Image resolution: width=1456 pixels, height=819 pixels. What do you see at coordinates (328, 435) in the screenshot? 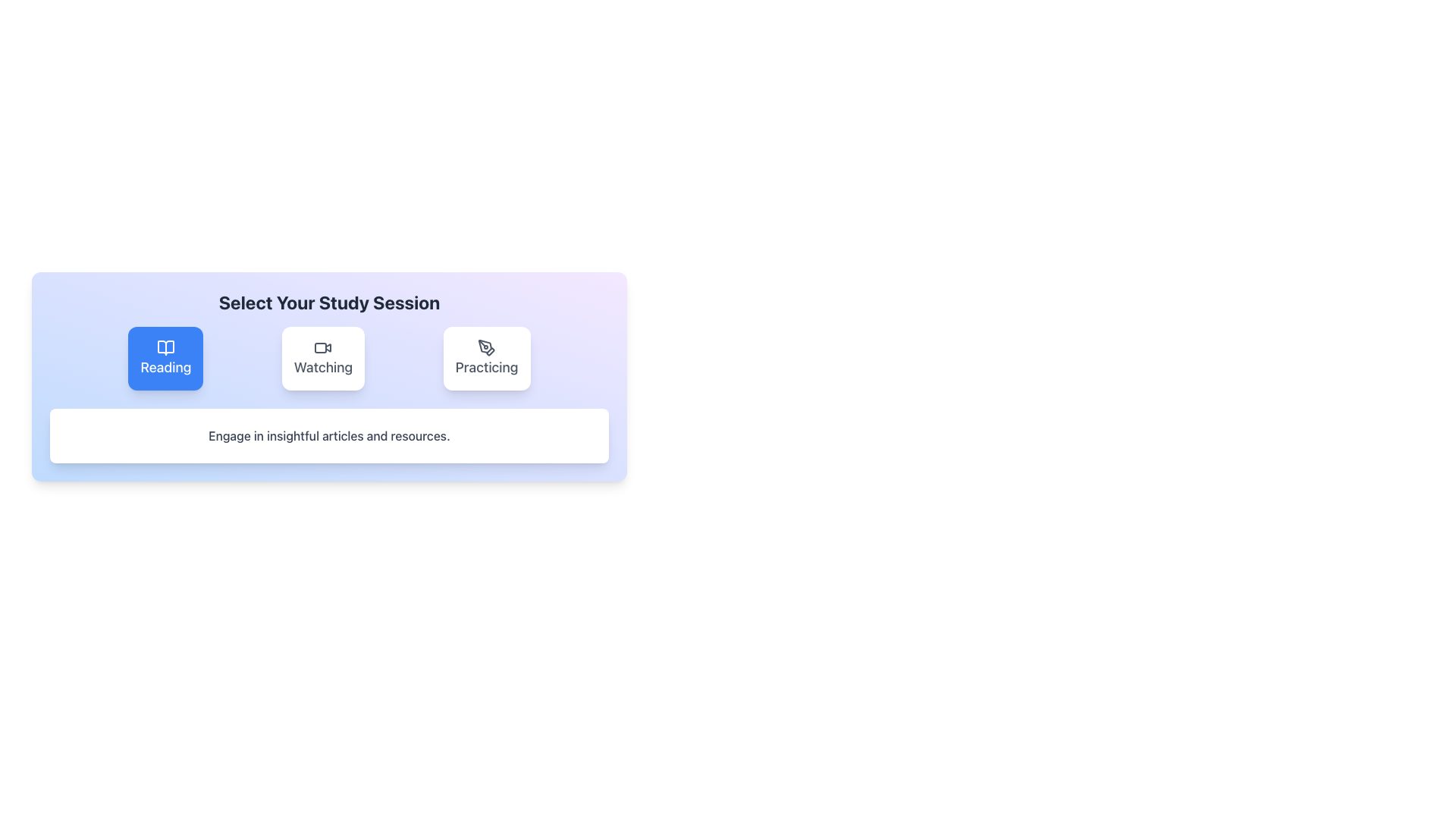
I see `the descriptive Text Label located within the white, rounded, shadowed box below the study session options ('Reading', 'Watching', and 'Practicing')` at bounding box center [328, 435].